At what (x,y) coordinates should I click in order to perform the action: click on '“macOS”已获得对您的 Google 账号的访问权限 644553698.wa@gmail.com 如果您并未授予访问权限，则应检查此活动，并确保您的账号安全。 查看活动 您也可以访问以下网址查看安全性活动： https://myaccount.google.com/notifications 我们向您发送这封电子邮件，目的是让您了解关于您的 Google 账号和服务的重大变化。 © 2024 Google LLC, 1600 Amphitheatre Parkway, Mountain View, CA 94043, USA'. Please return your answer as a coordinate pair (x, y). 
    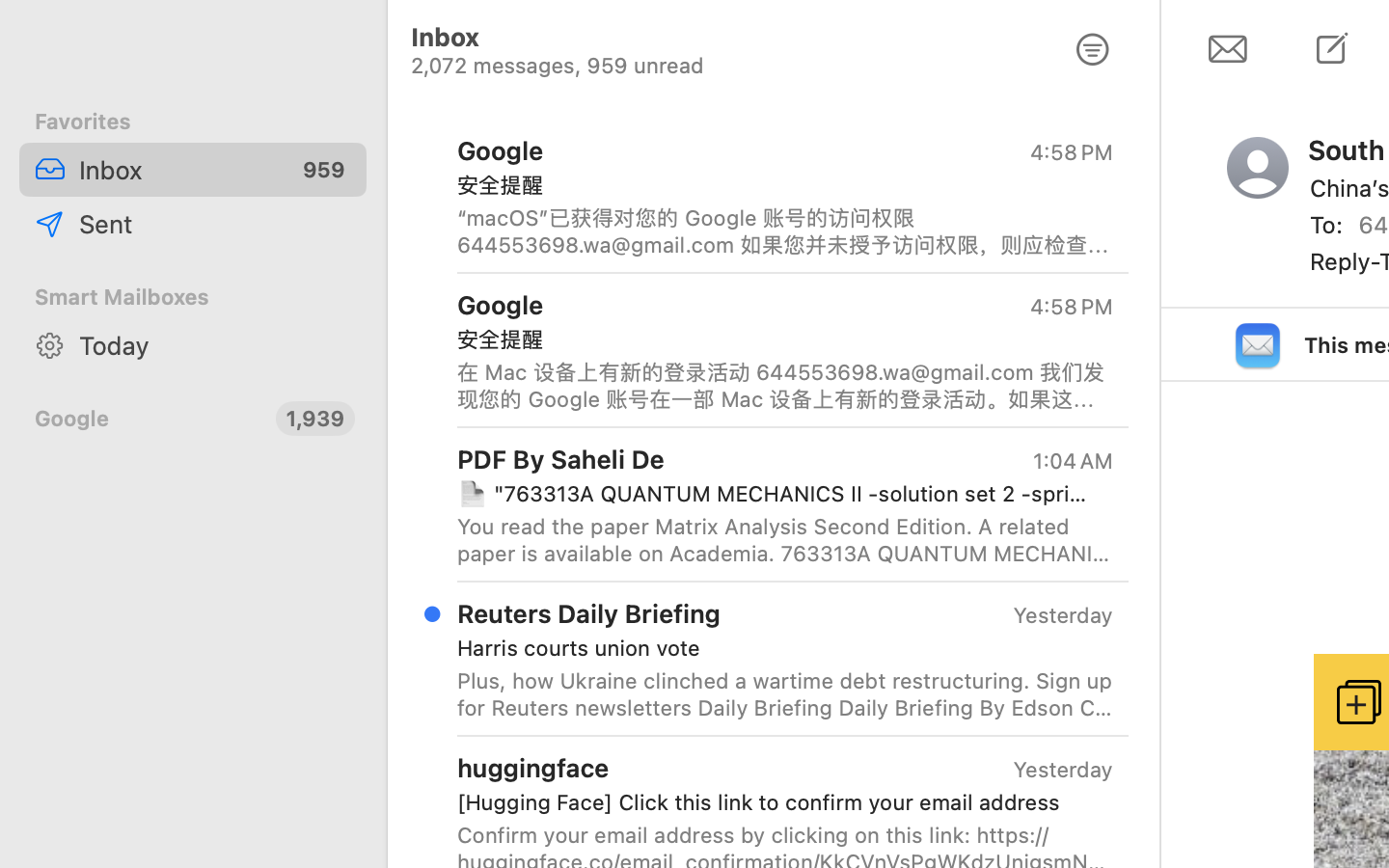
    Looking at the image, I should click on (785, 231).